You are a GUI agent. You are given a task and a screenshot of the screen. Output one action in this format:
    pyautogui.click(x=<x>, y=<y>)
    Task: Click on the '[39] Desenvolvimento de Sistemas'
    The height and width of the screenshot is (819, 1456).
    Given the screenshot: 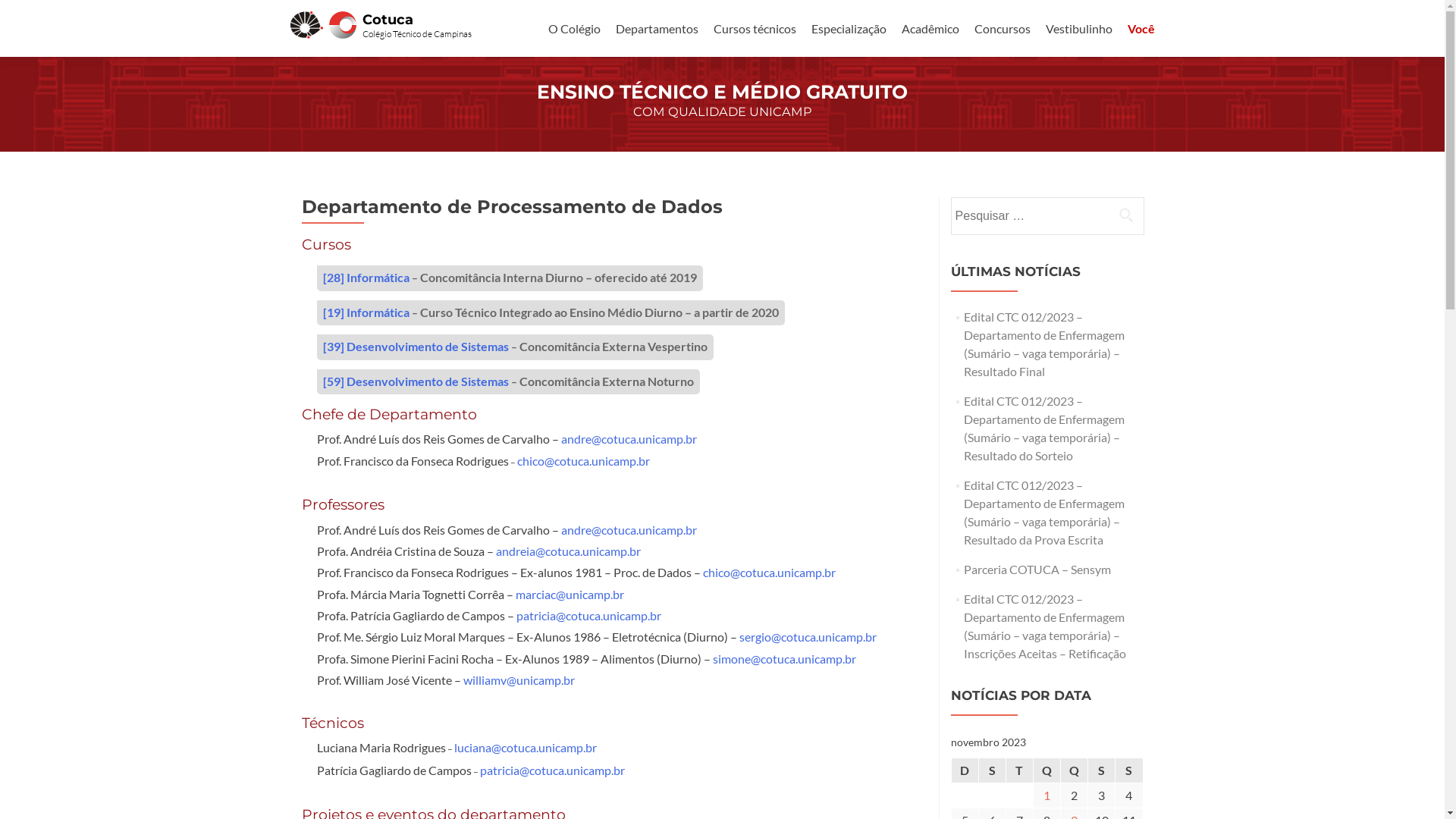 What is the action you would take?
    pyautogui.click(x=416, y=346)
    